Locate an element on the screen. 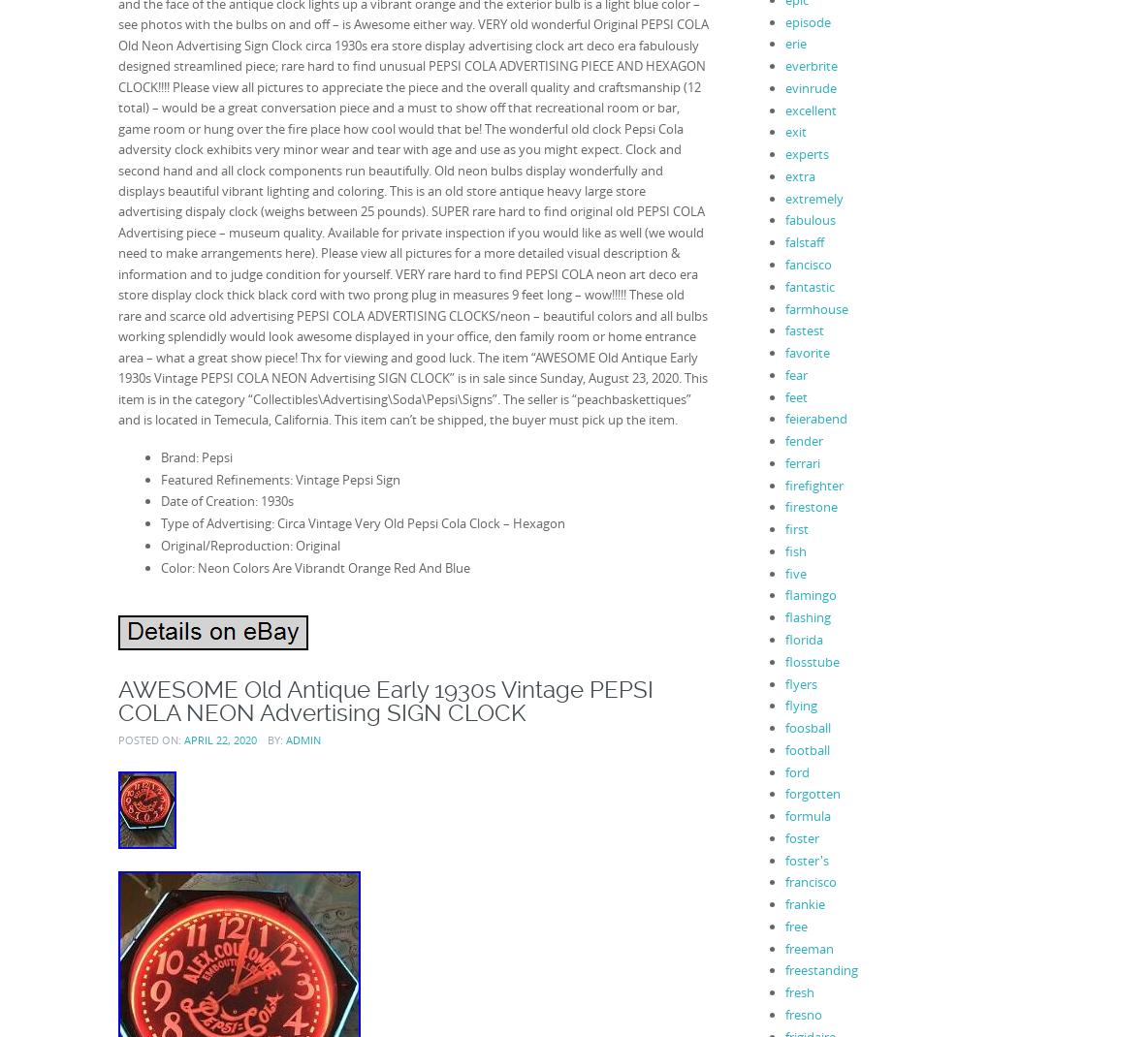 The height and width of the screenshot is (1037, 1148). 'Brand: Pepsi' is located at coordinates (194, 456).